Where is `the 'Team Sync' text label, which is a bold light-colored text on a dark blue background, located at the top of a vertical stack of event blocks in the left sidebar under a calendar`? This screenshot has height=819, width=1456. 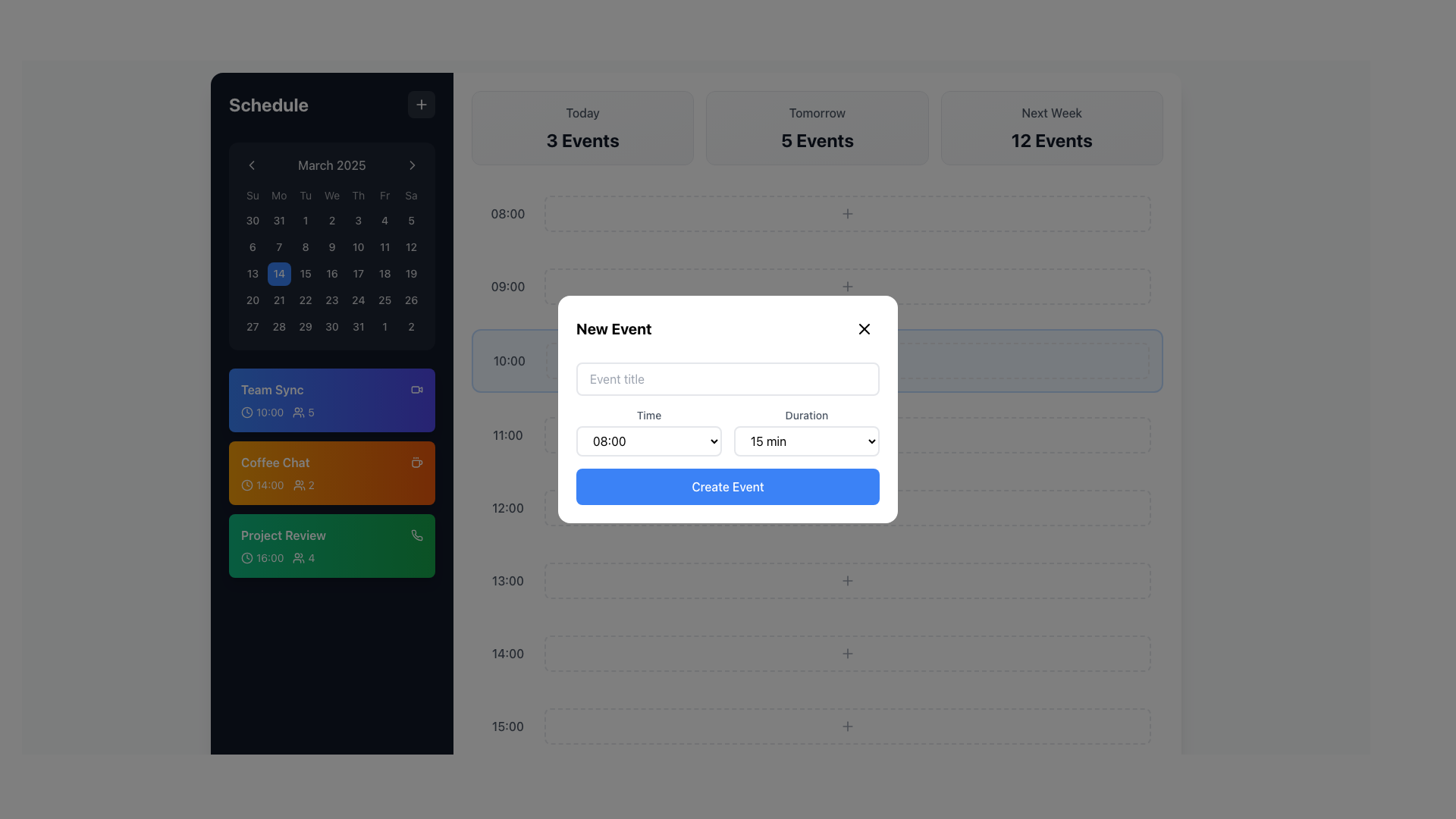 the 'Team Sync' text label, which is a bold light-colored text on a dark blue background, located at the top of a vertical stack of event blocks in the left sidebar under a calendar is located at coordinates (272, 389).